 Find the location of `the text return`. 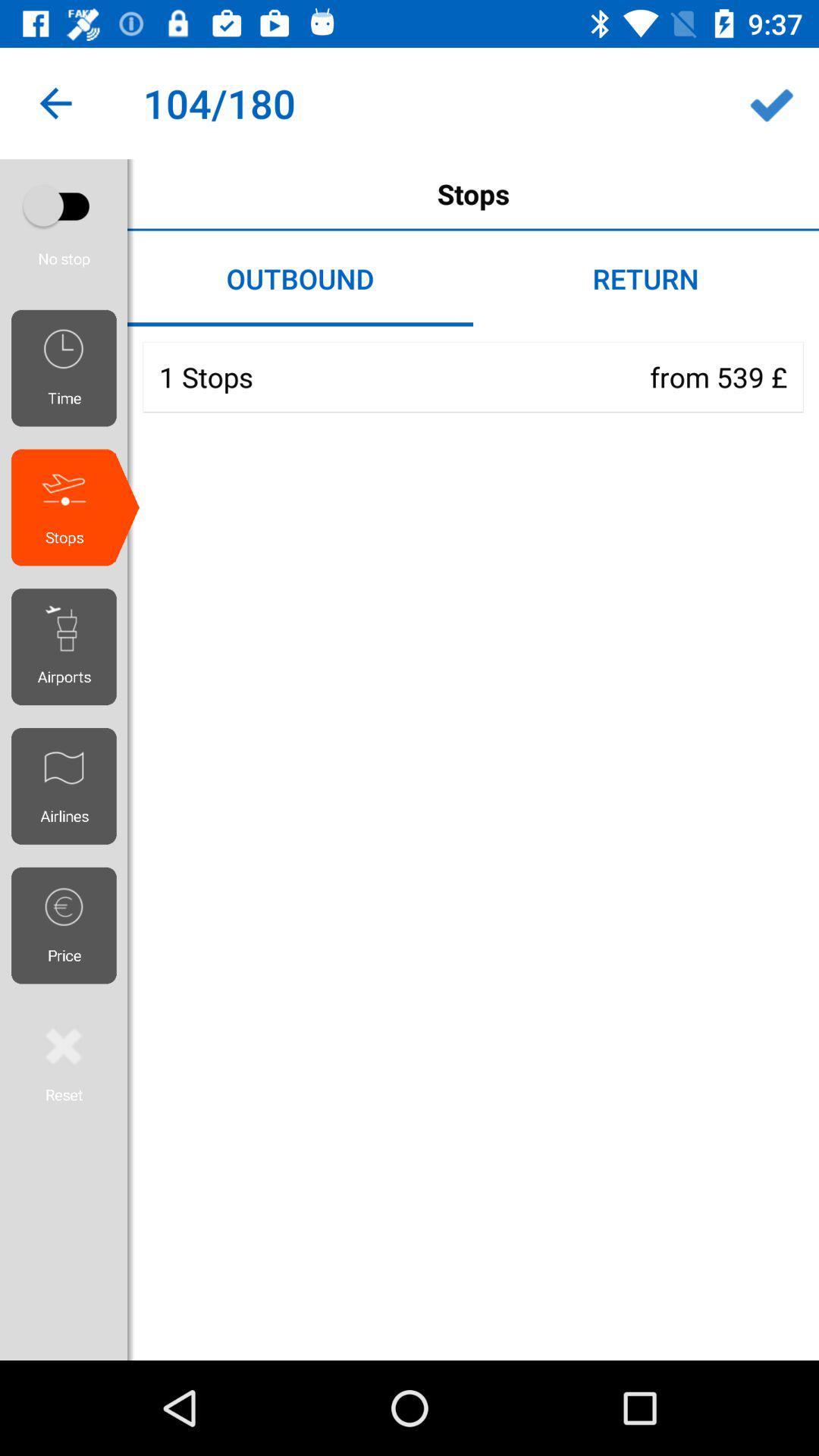

the text return is located at coordinates (646, 279).